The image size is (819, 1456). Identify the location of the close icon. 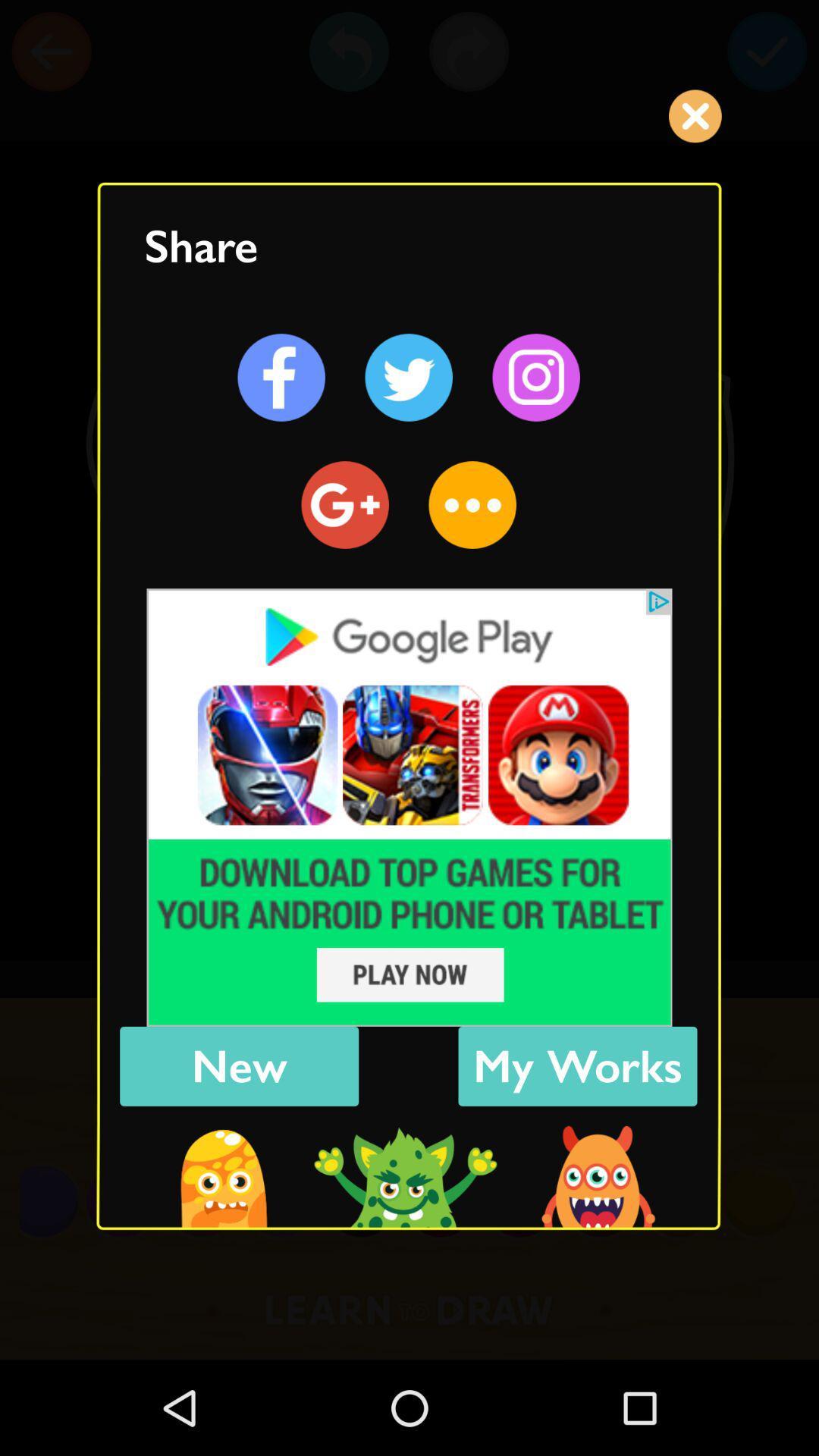
(695, 115).